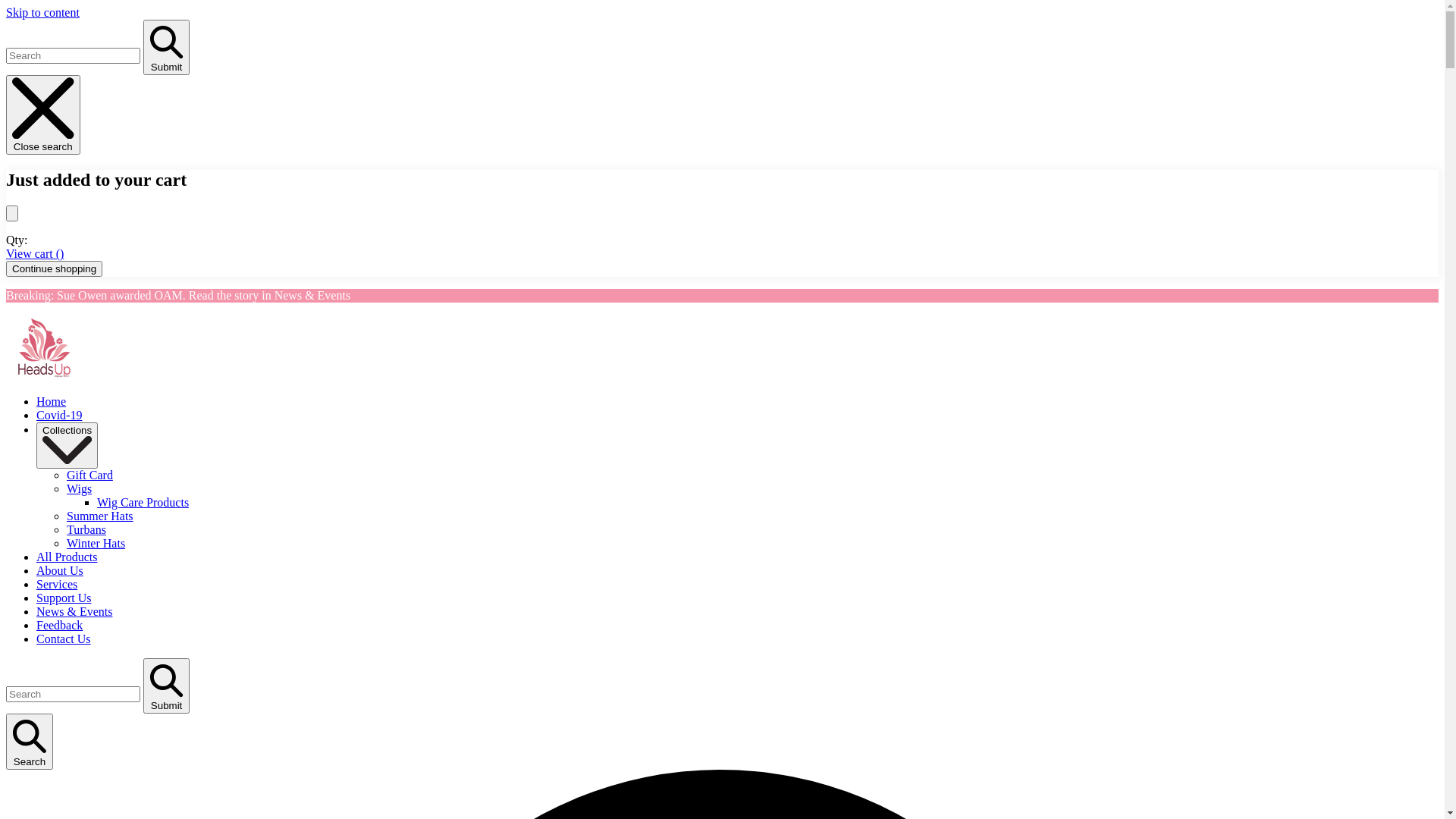 The image size is (1456, 819). I want to click on 'Turbans', so click(86, 529).